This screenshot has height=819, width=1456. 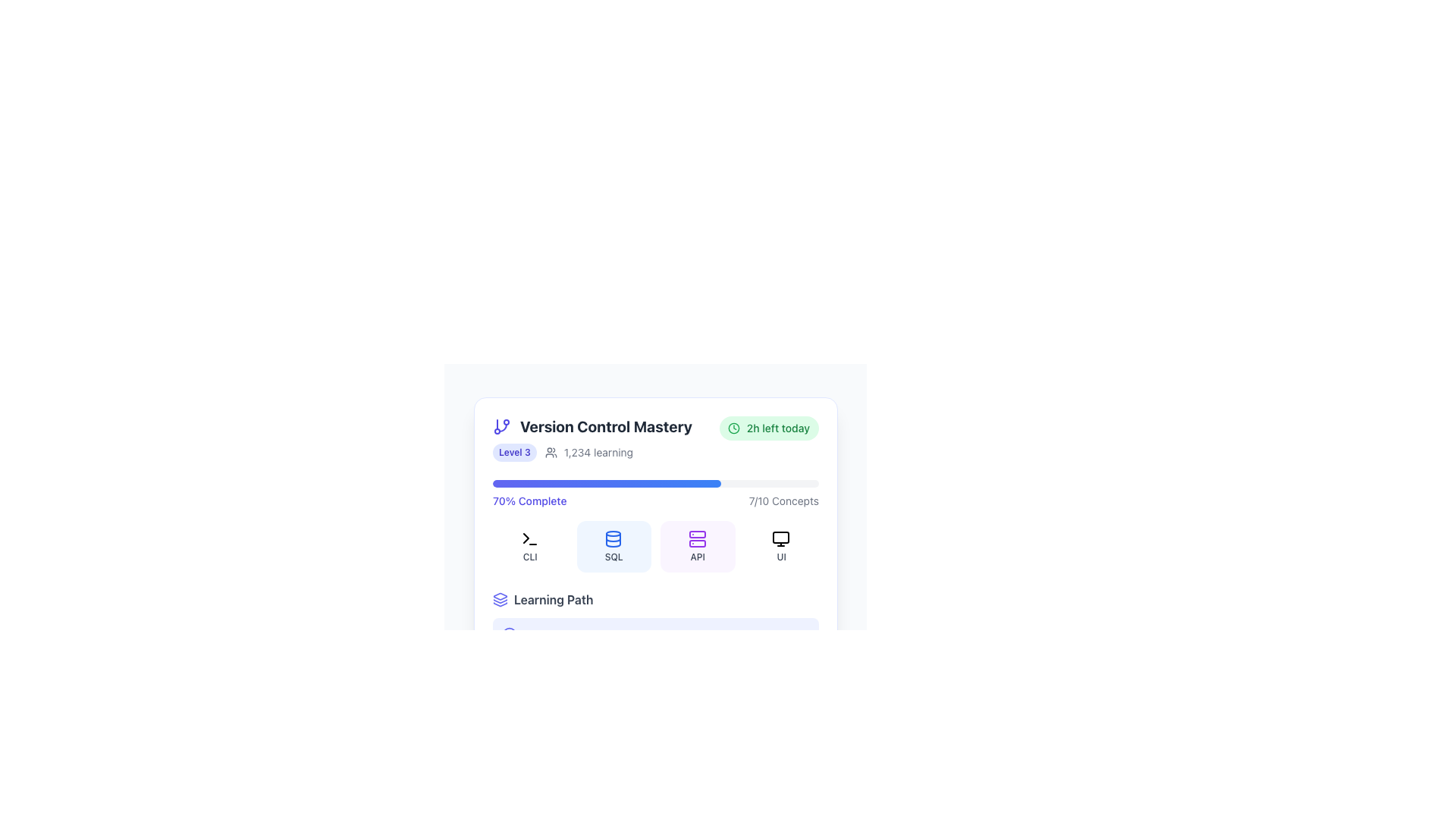 I want to click on the non-interactive label displaying 'SQL', which features a blue database icon and is located between the 'CLI' and 'API' elements in a grid layout, so click(x=613, y=547).